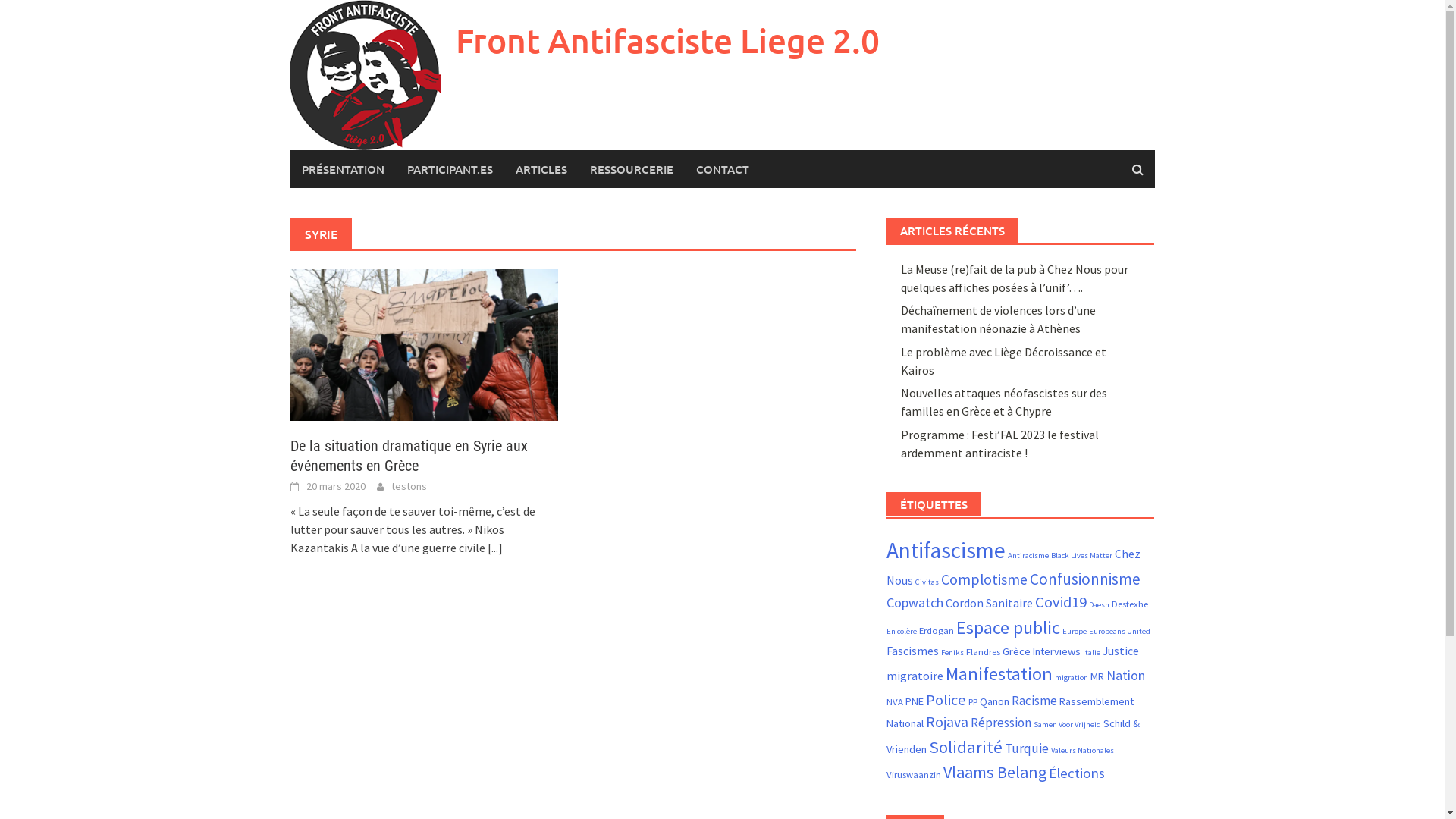 The width and height of the screenshot is (1456, 819). I want to click on 'Rassemblement National', so click(1010, 713).